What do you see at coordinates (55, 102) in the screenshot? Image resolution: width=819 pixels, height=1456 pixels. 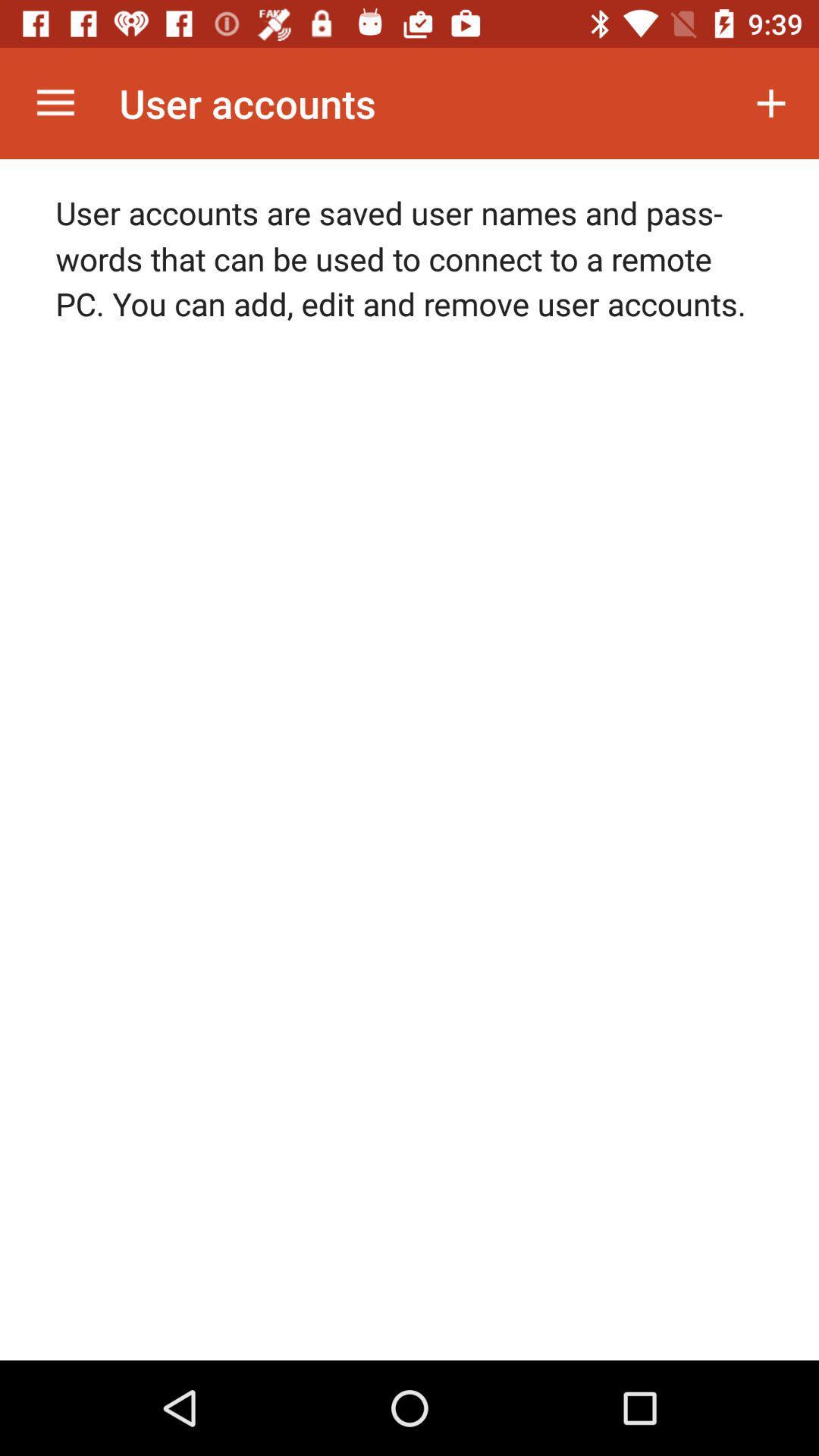 I see `the icon next to the user accounts icon` at bounding box center [55, 102].